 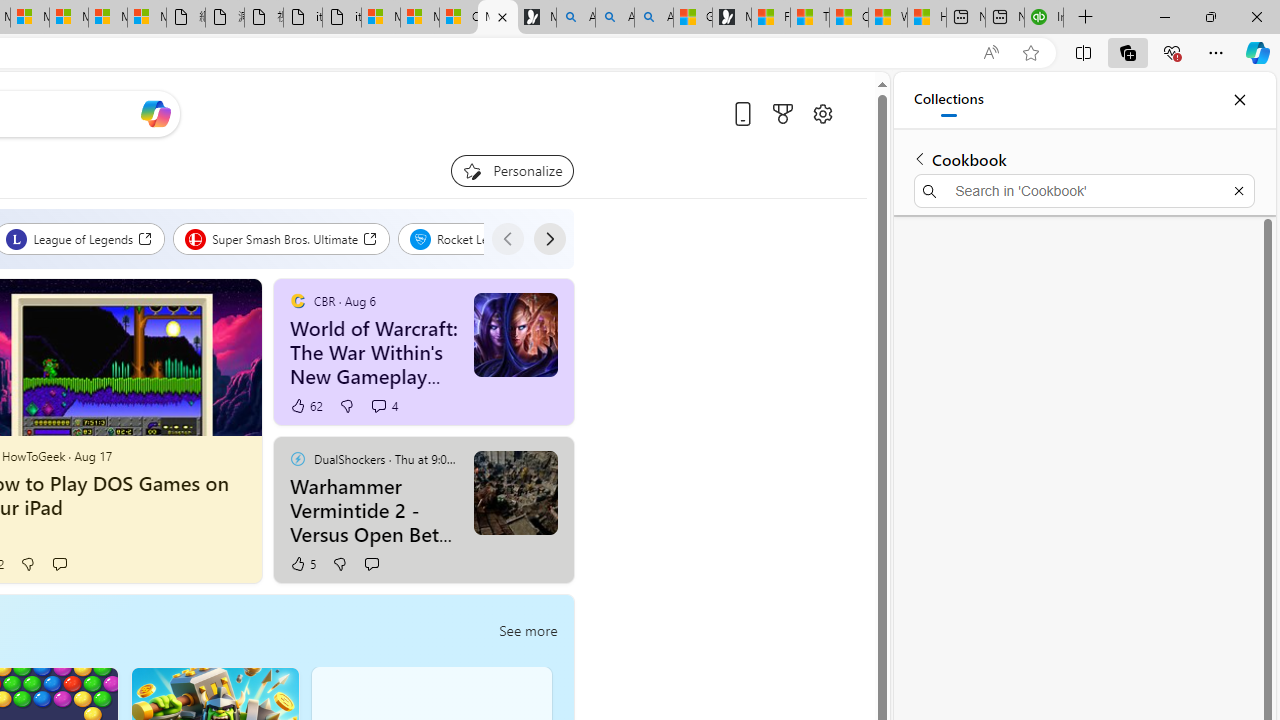 I want to click on '5 Like', so click(x=301, y=564).